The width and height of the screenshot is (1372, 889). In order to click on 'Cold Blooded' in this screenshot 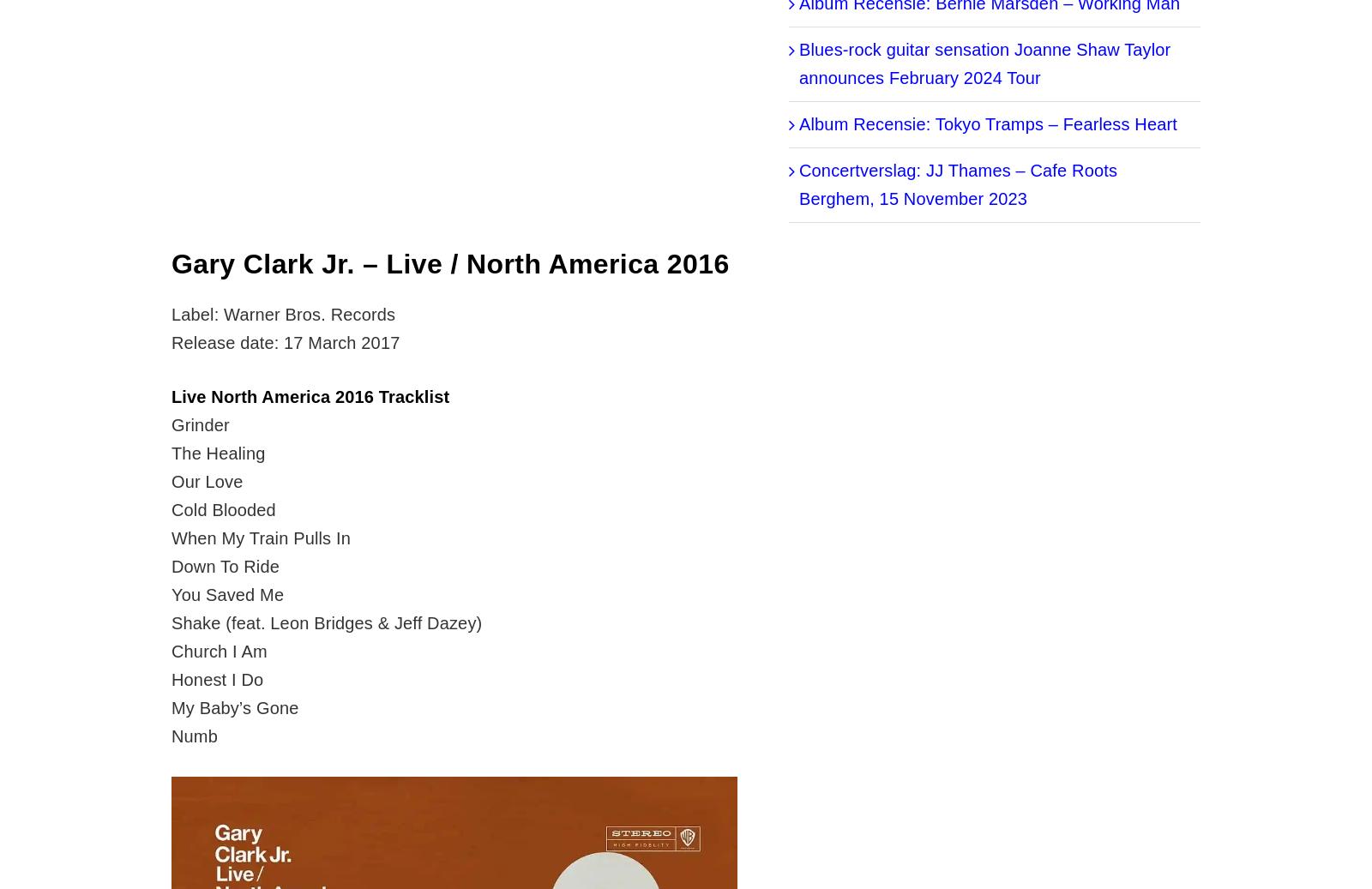, I will do `click(223, 510)`.